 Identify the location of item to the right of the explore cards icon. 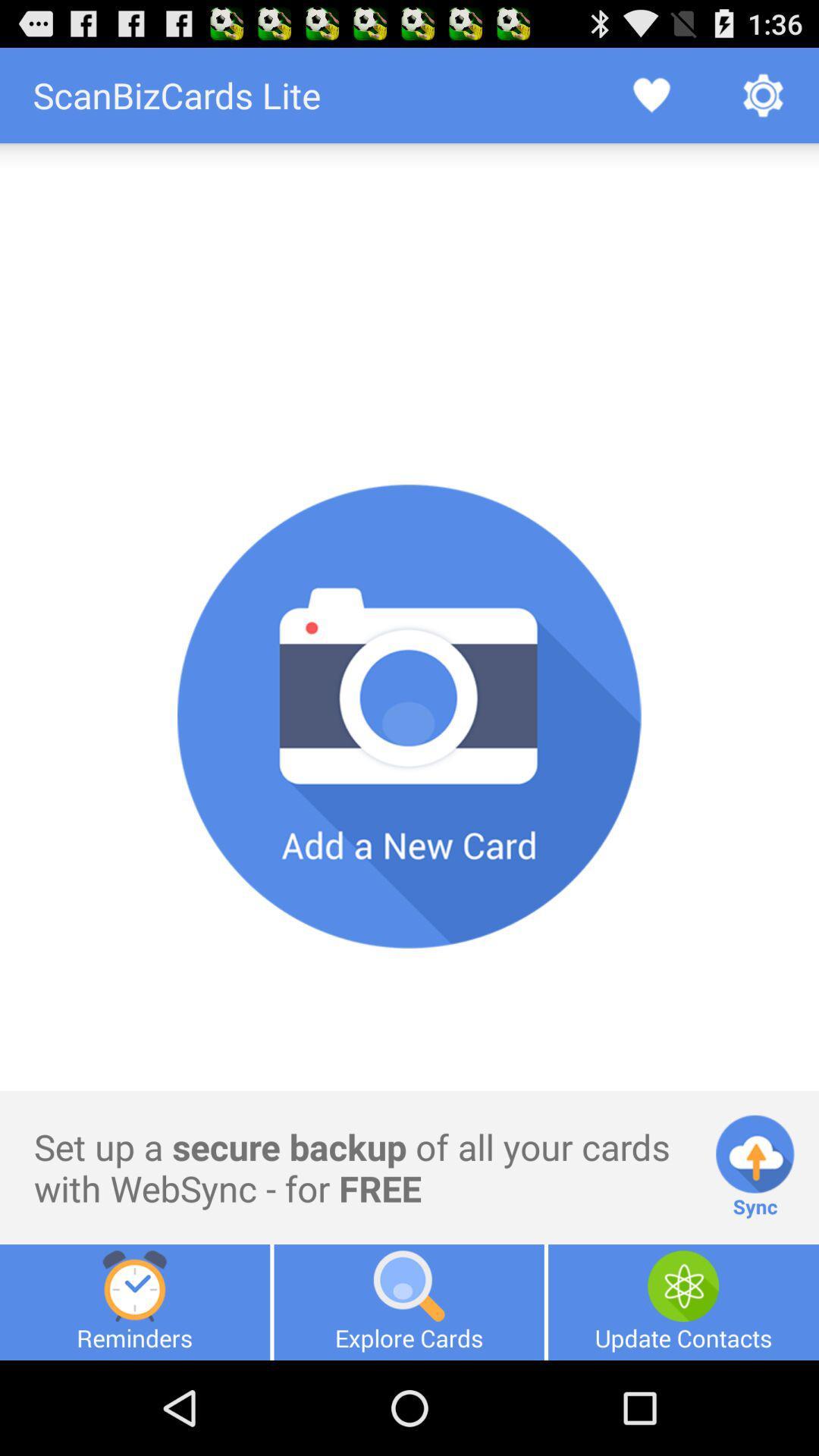
(683, 1301).